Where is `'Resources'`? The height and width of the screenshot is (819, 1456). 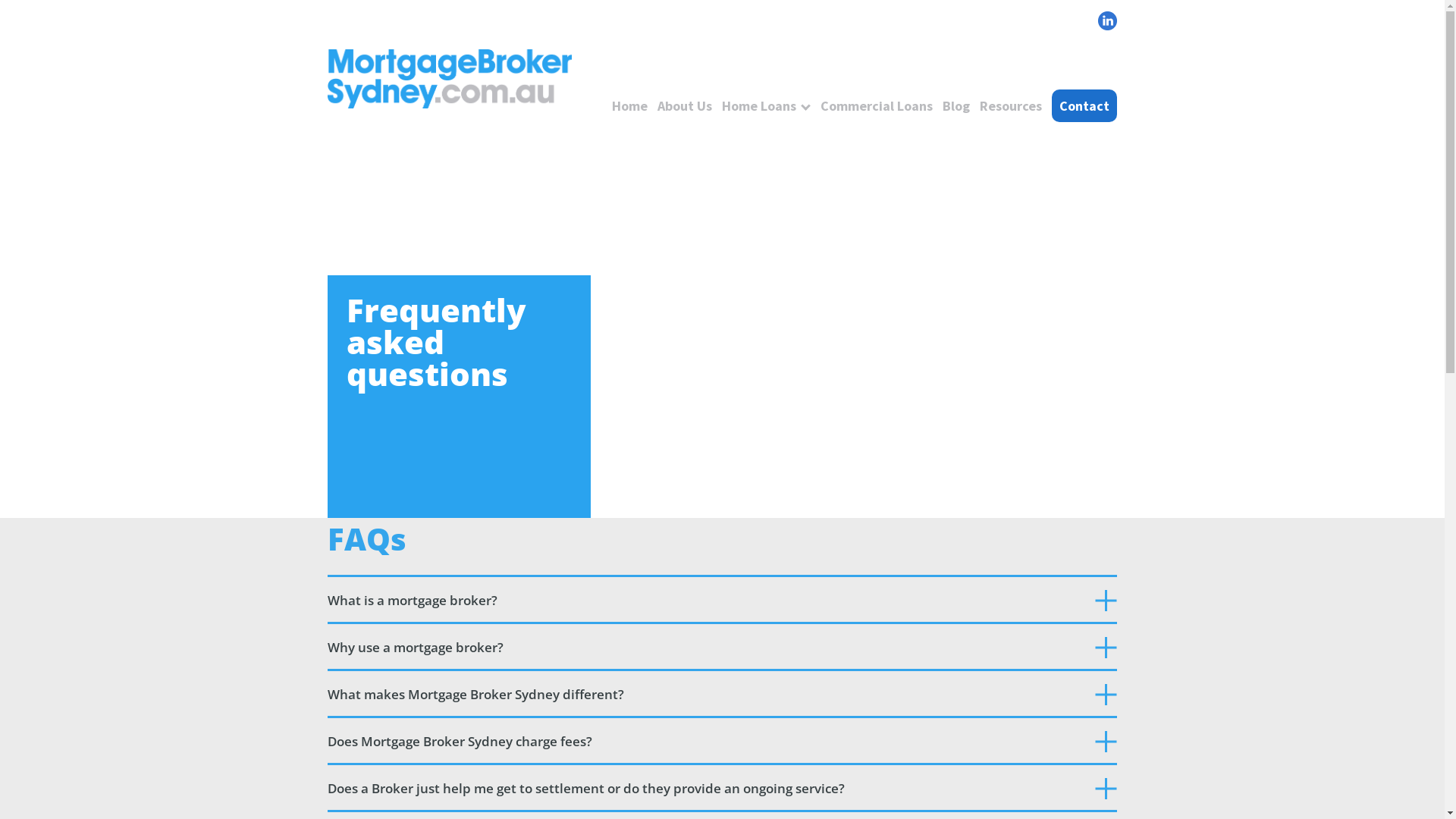 'Resources' is located at coordinates (1011, 105).